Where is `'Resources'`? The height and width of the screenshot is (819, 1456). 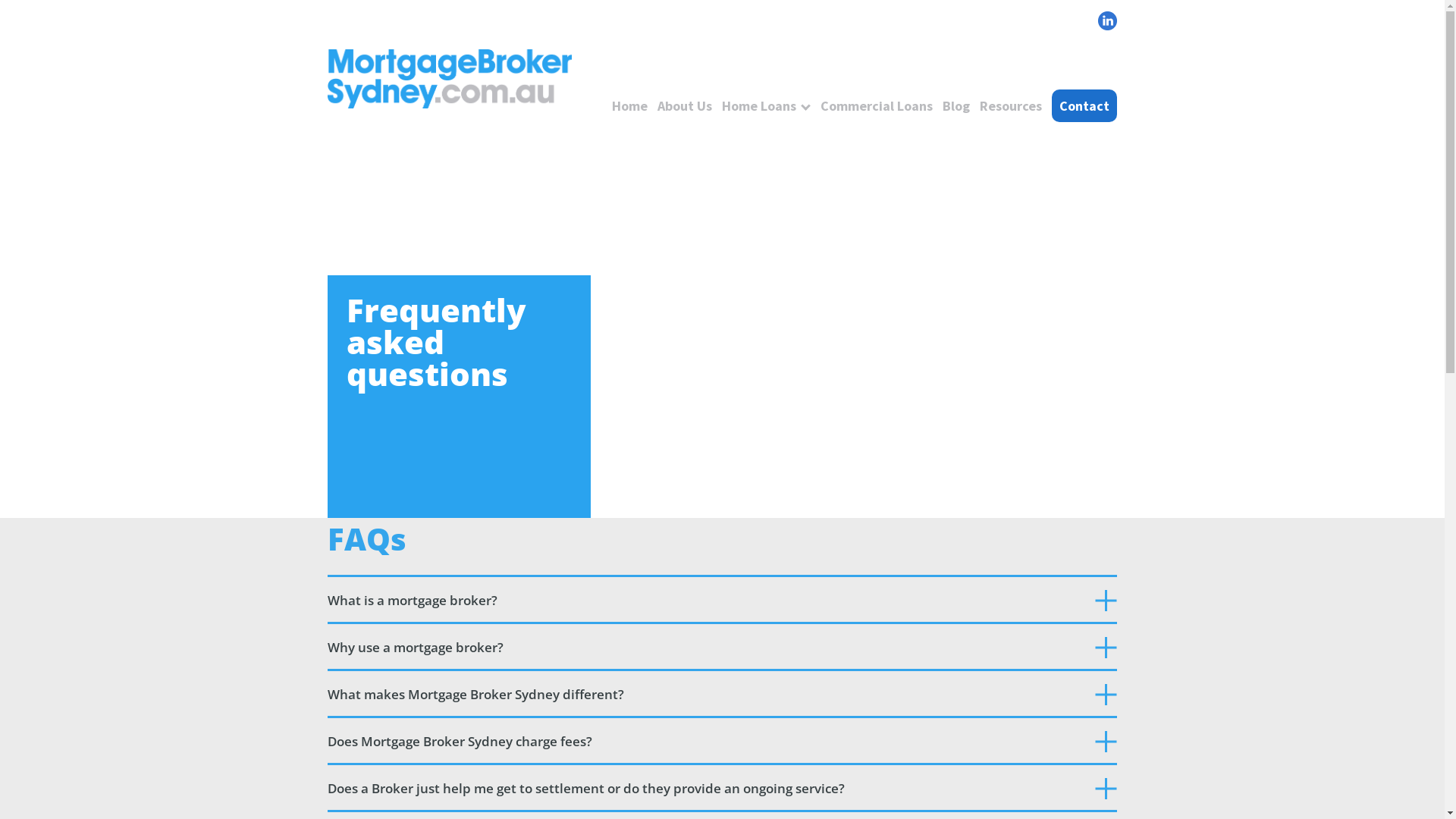 'Resources' is located at coordinates (1011, 105).